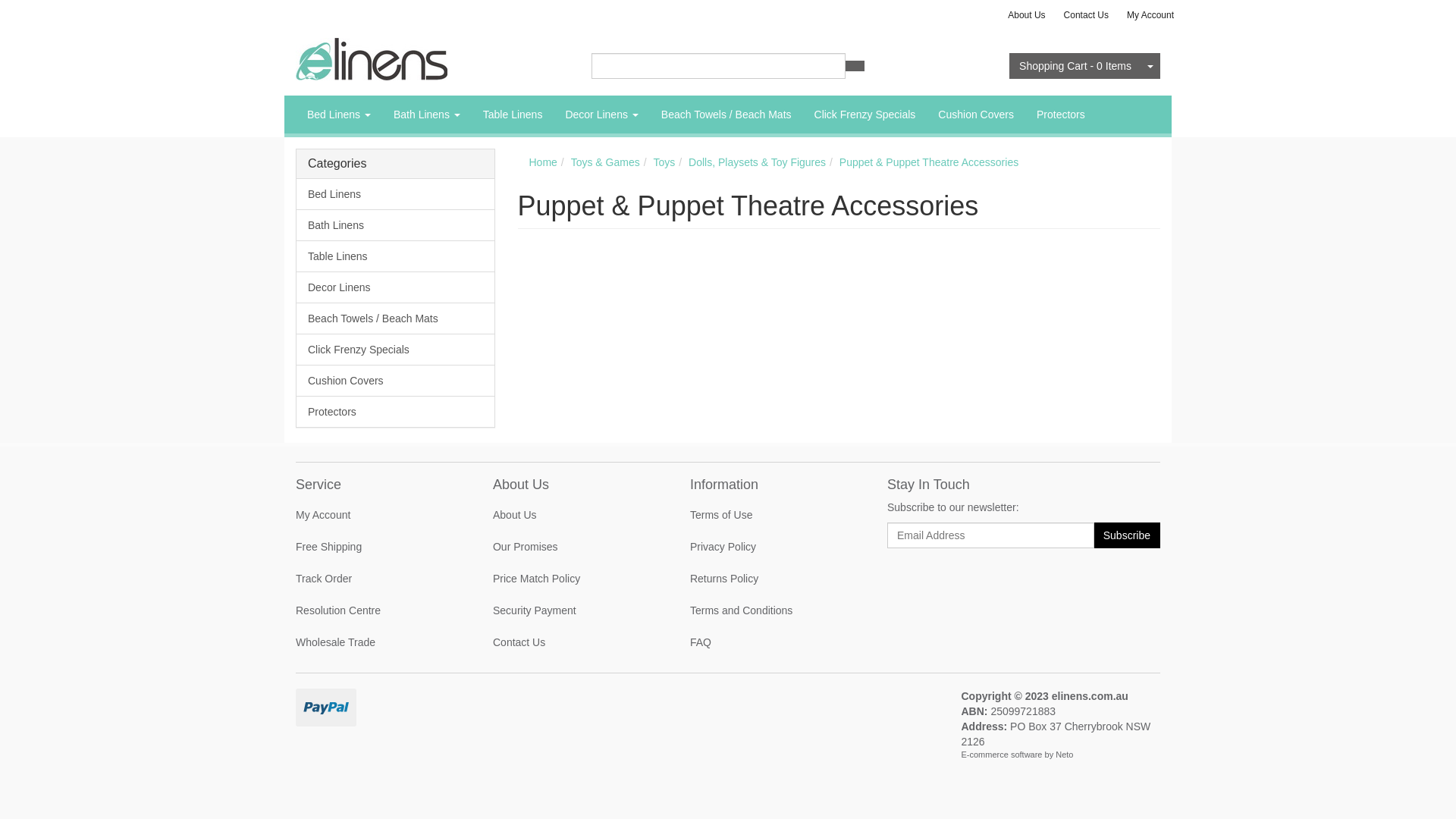 Image resolution: width=1456 pixels, height=819 pixels. Describe the element at coordinates (377, 547) in the screenshot. I see `'Free Shipping'` at that location.